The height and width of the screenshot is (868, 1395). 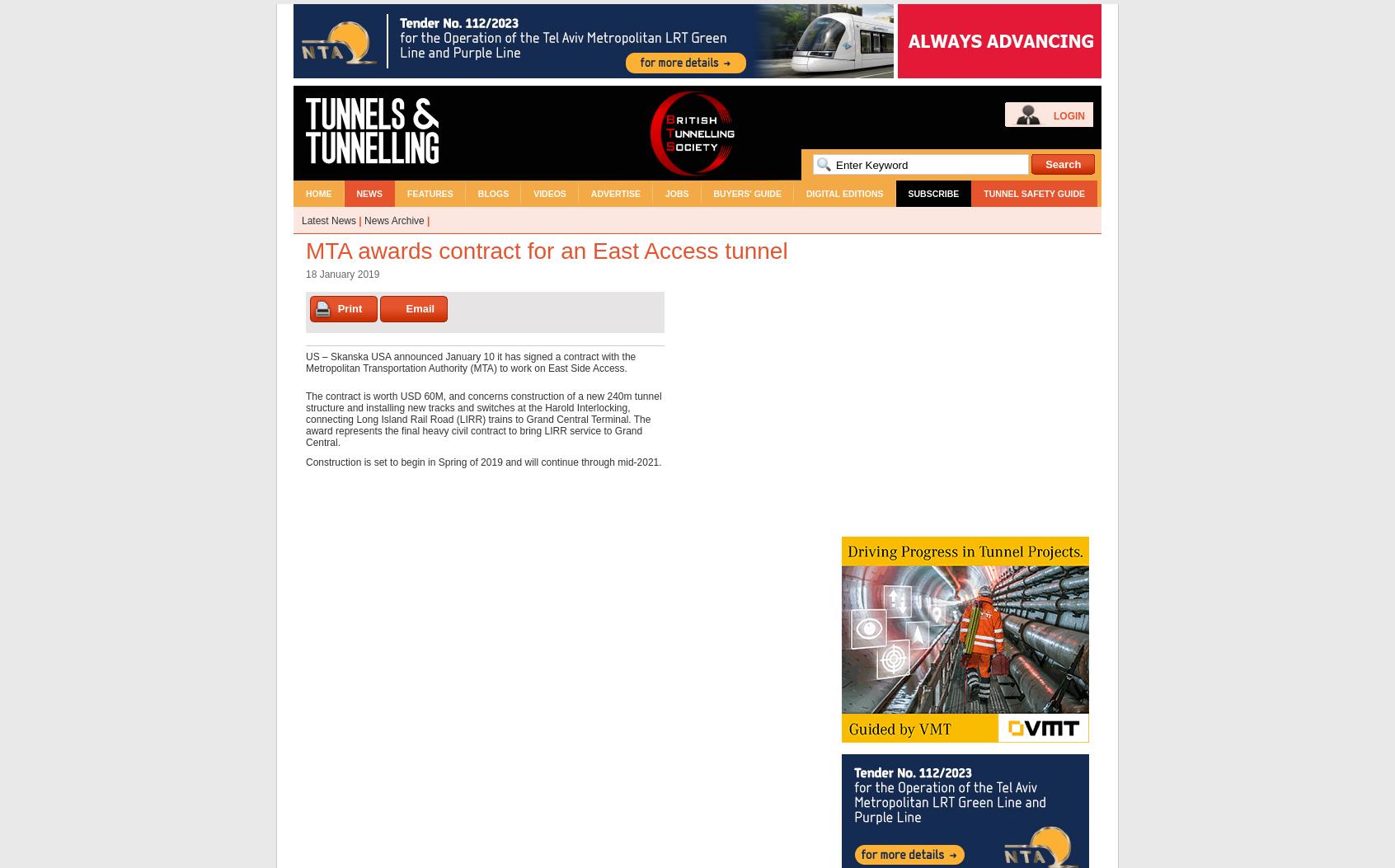 I want to click on 'The contract is worth USD 60M, and concerns construction of a new 240m tunnel structure and installing new tracks and switches at the Harold Interlocking, connecting Long Island Rail Road (LIRR) trains to Grand Central Terminal. The award represents the final heavy civil contract to bring LIRR service to Grand Central.', so click(x=482, y=420).